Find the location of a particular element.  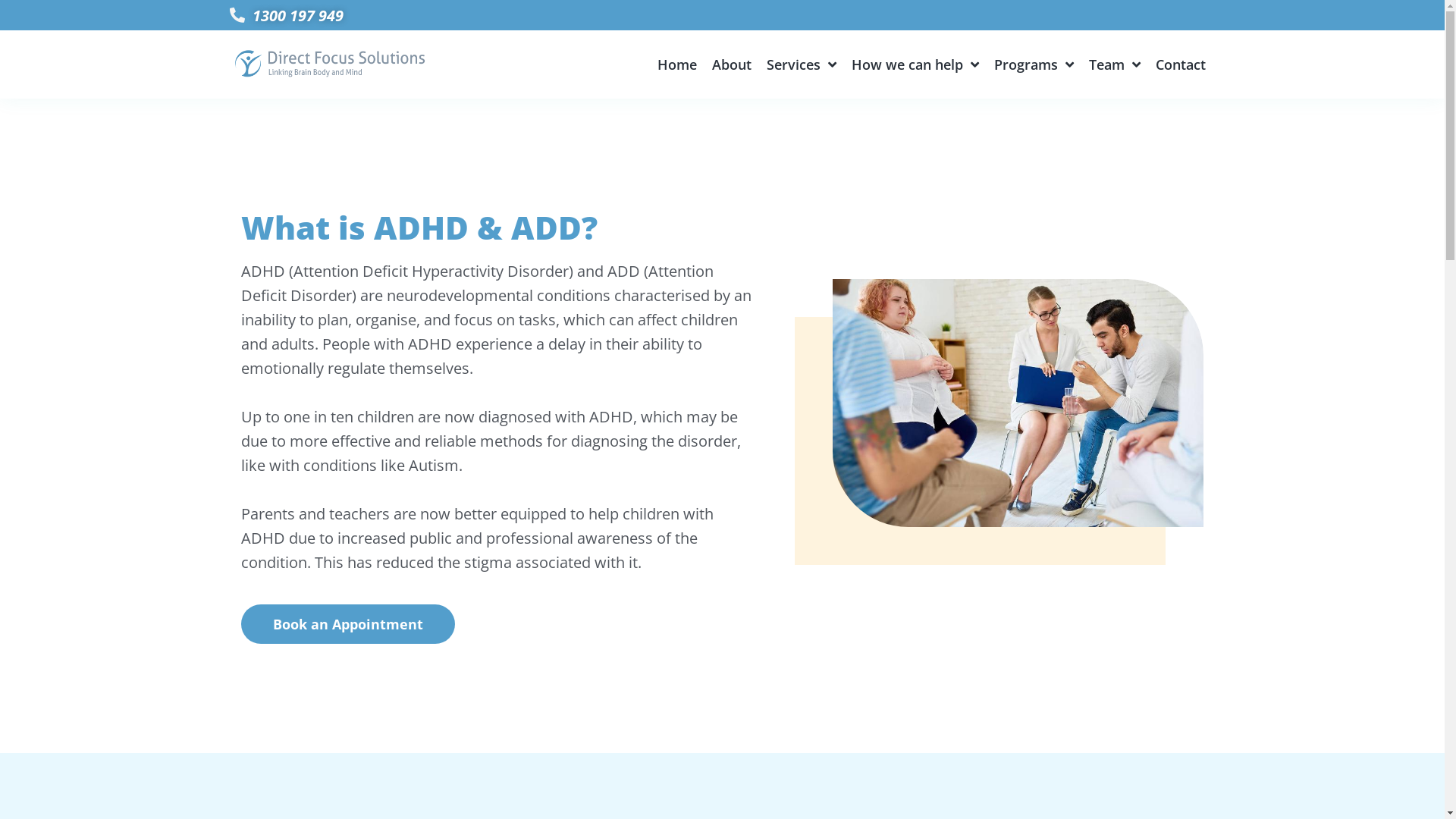

'Team' is located at coordinates (1114, 63).